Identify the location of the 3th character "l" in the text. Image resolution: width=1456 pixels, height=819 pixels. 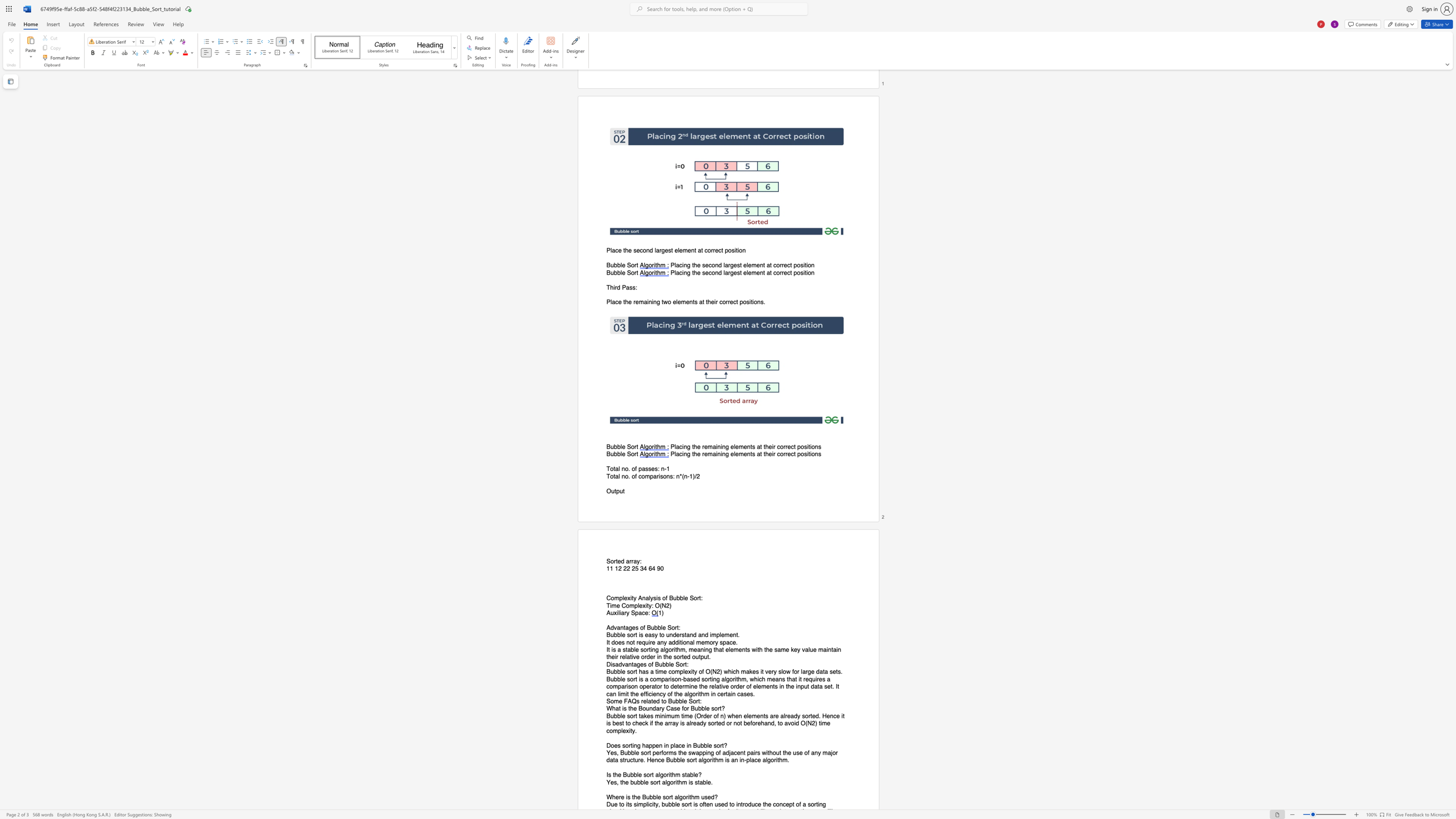
(730, 649).